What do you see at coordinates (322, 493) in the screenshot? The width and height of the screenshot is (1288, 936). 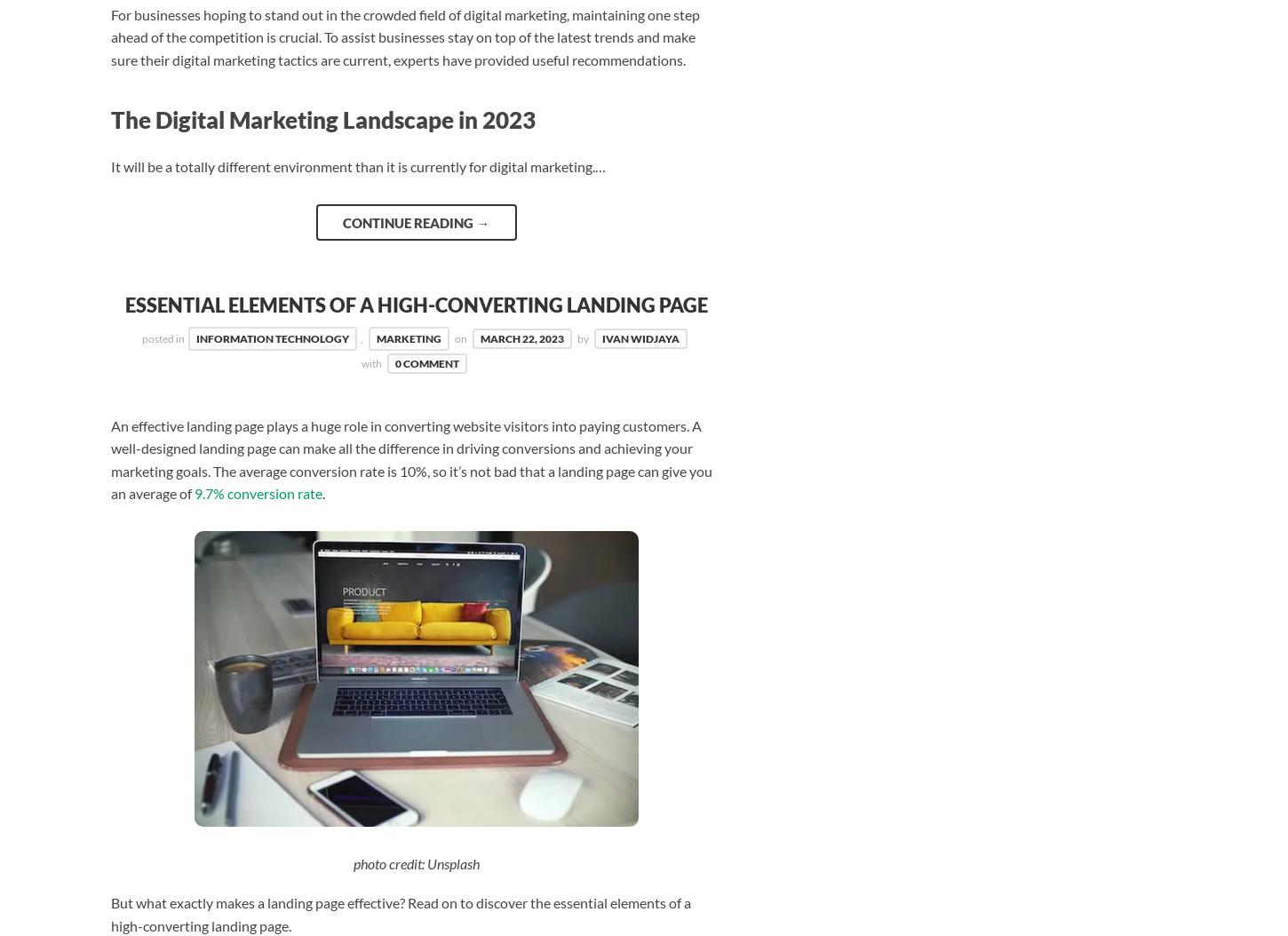 I see `'.'` at bounding box center [322, 493].